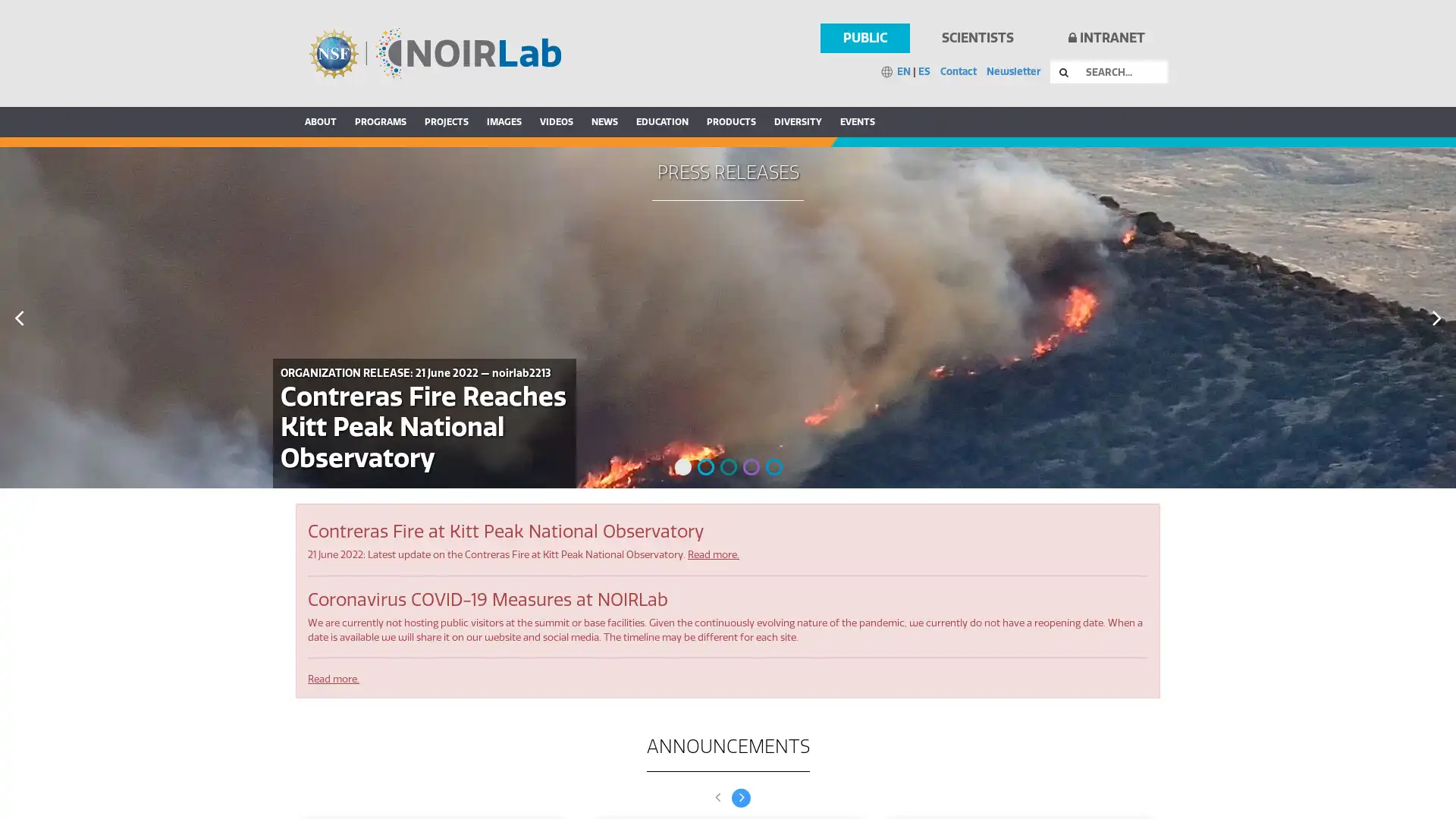  Describe the element at coordinates (682, 466) in the screenshot. I see `1` at that location.